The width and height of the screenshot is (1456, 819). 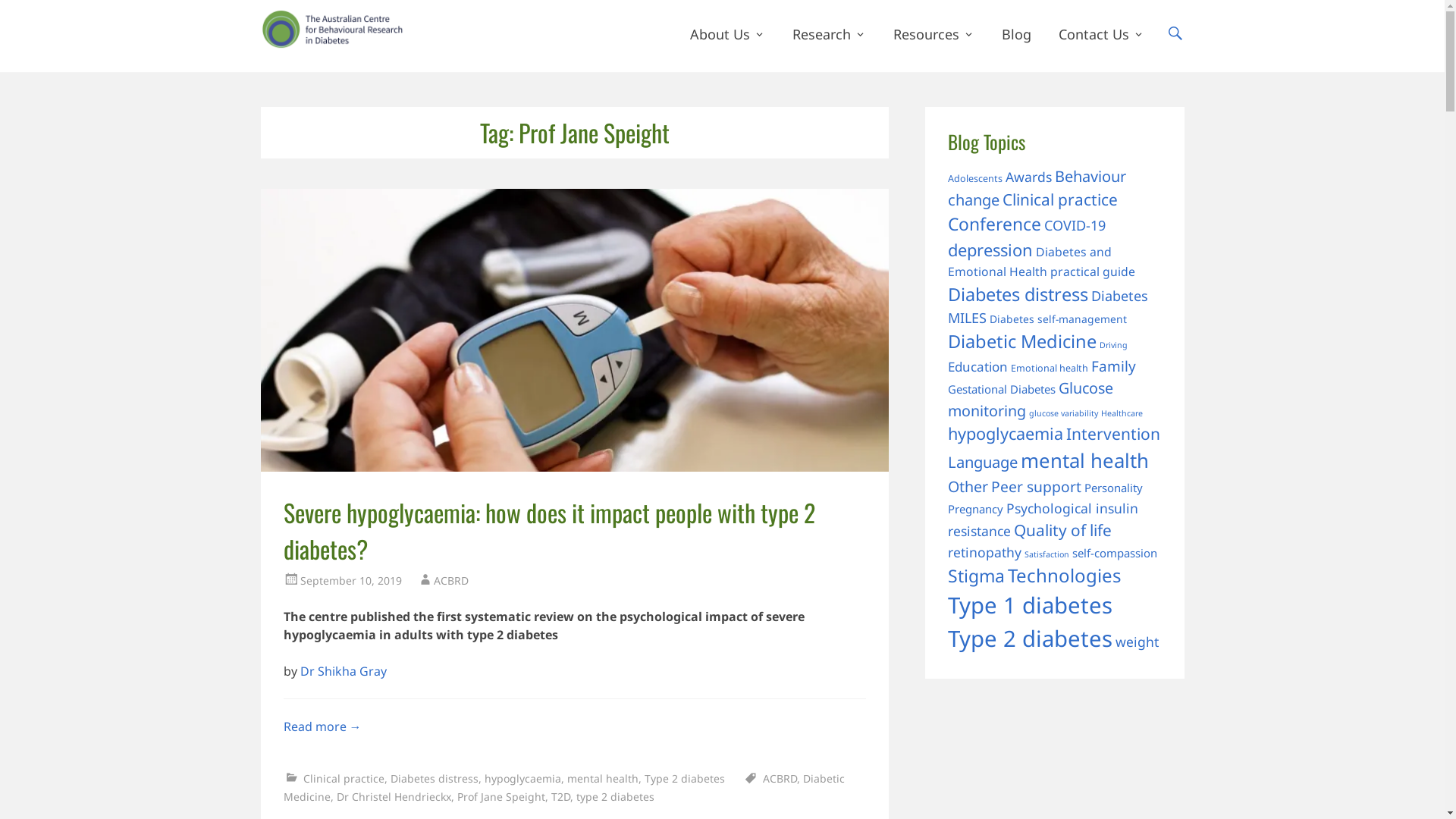 What do you see at coordinates (1022, 341) in the screenshot?
I see `'Diabetic Medicine'` at bounding box center [1022, 341].